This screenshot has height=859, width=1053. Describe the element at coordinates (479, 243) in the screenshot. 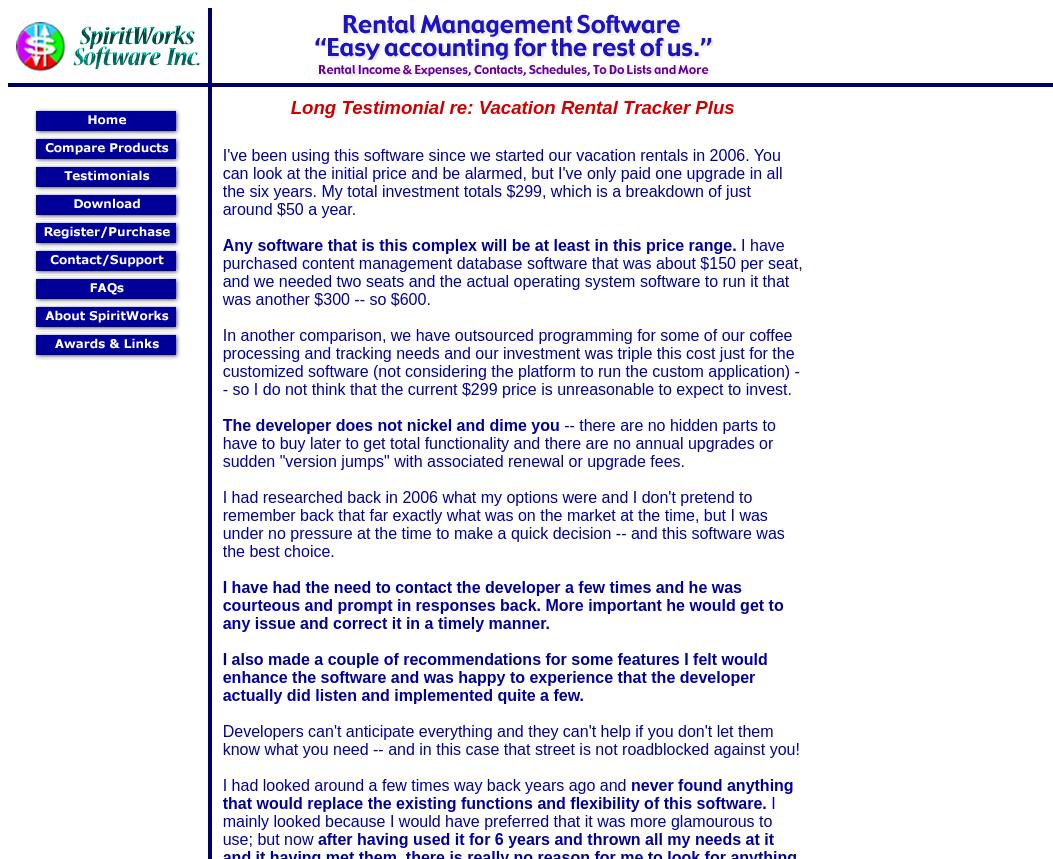

I see `'Any software that is this complex will be at least in this price range.'` at that location.